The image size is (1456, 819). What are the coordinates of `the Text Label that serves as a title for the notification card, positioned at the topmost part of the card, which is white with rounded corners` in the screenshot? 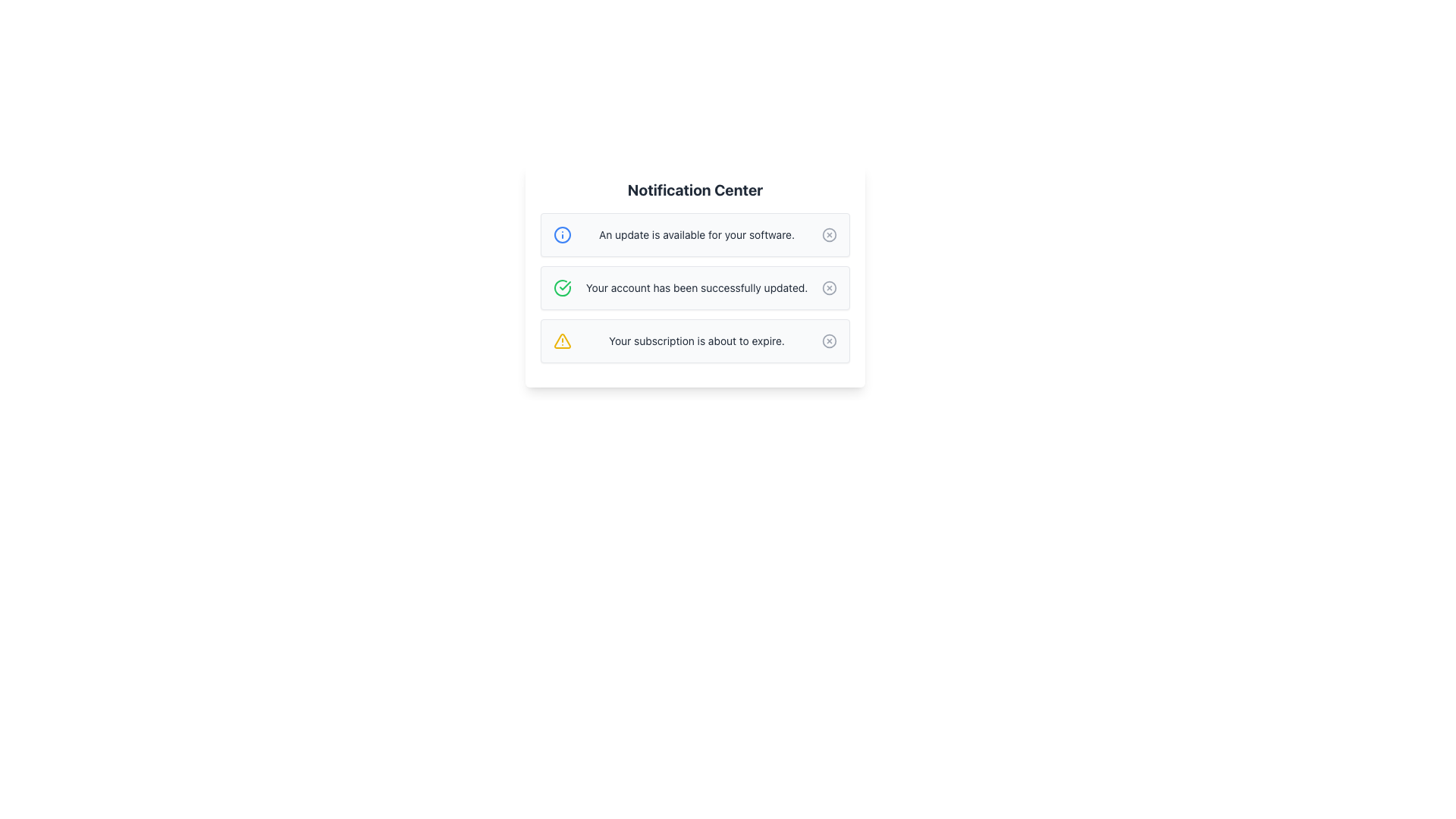 It's located at (694, 189).